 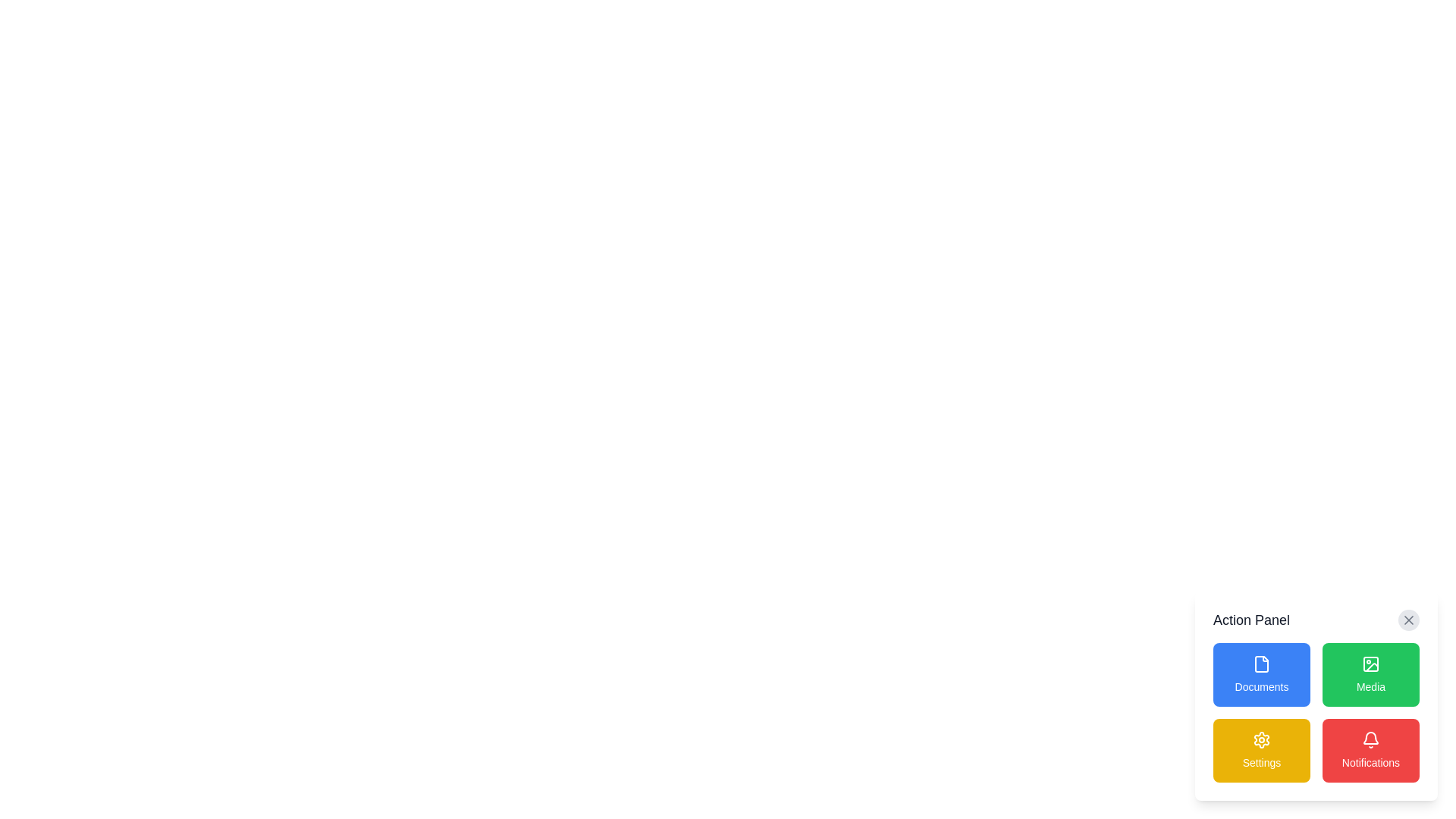 What do you see at coordinates (1262, 674) in the screenshot?
I see `the button in the upper-left corner of the 2x2 grid in the 'Action Panel'` at bounding box center [1262, 674].